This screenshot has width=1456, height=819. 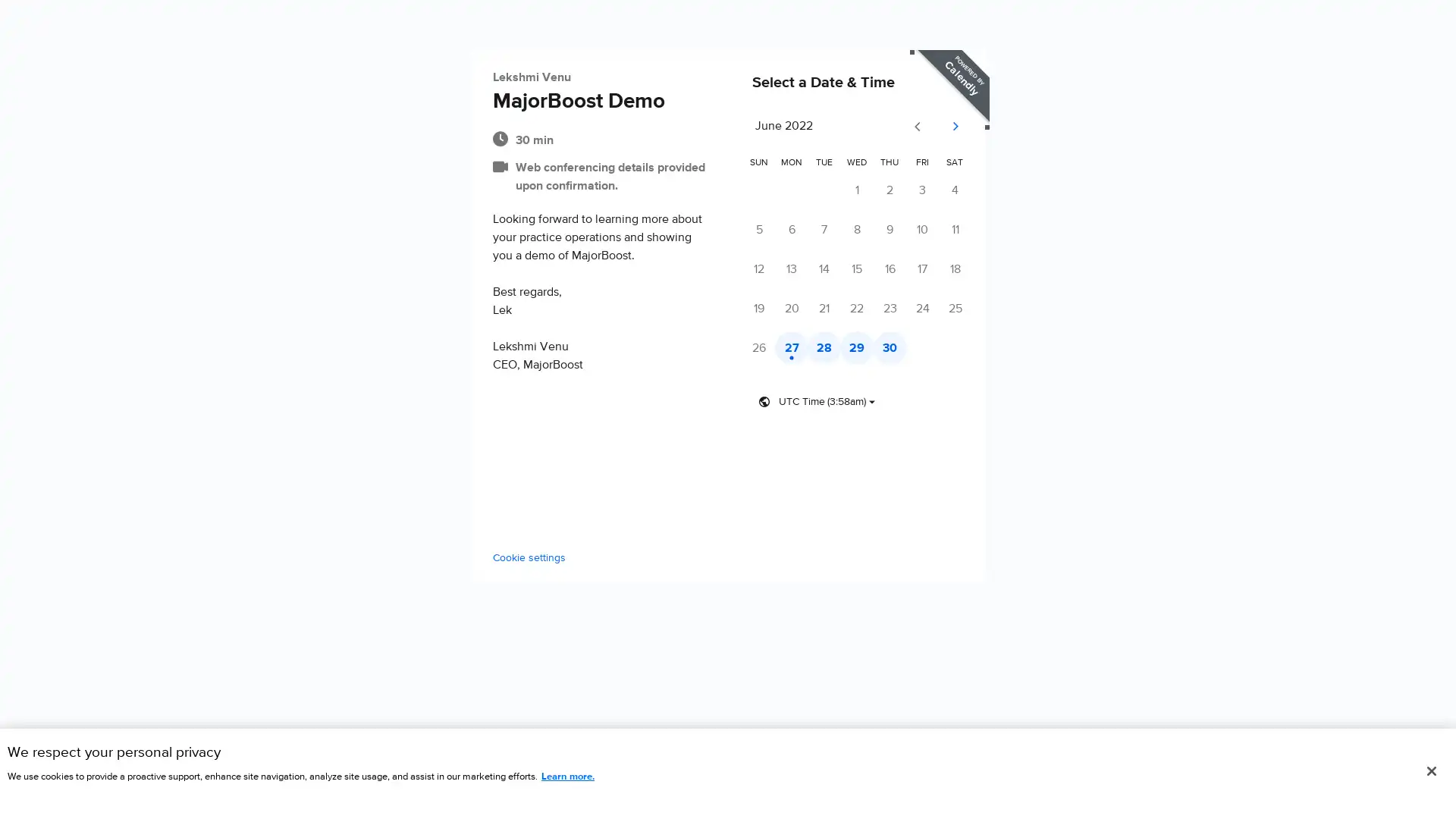 What do you see at coordinates (800, 348) in the screenshot?
I see `Monday, June 27 - Times available` at bounding box center [800, 348].